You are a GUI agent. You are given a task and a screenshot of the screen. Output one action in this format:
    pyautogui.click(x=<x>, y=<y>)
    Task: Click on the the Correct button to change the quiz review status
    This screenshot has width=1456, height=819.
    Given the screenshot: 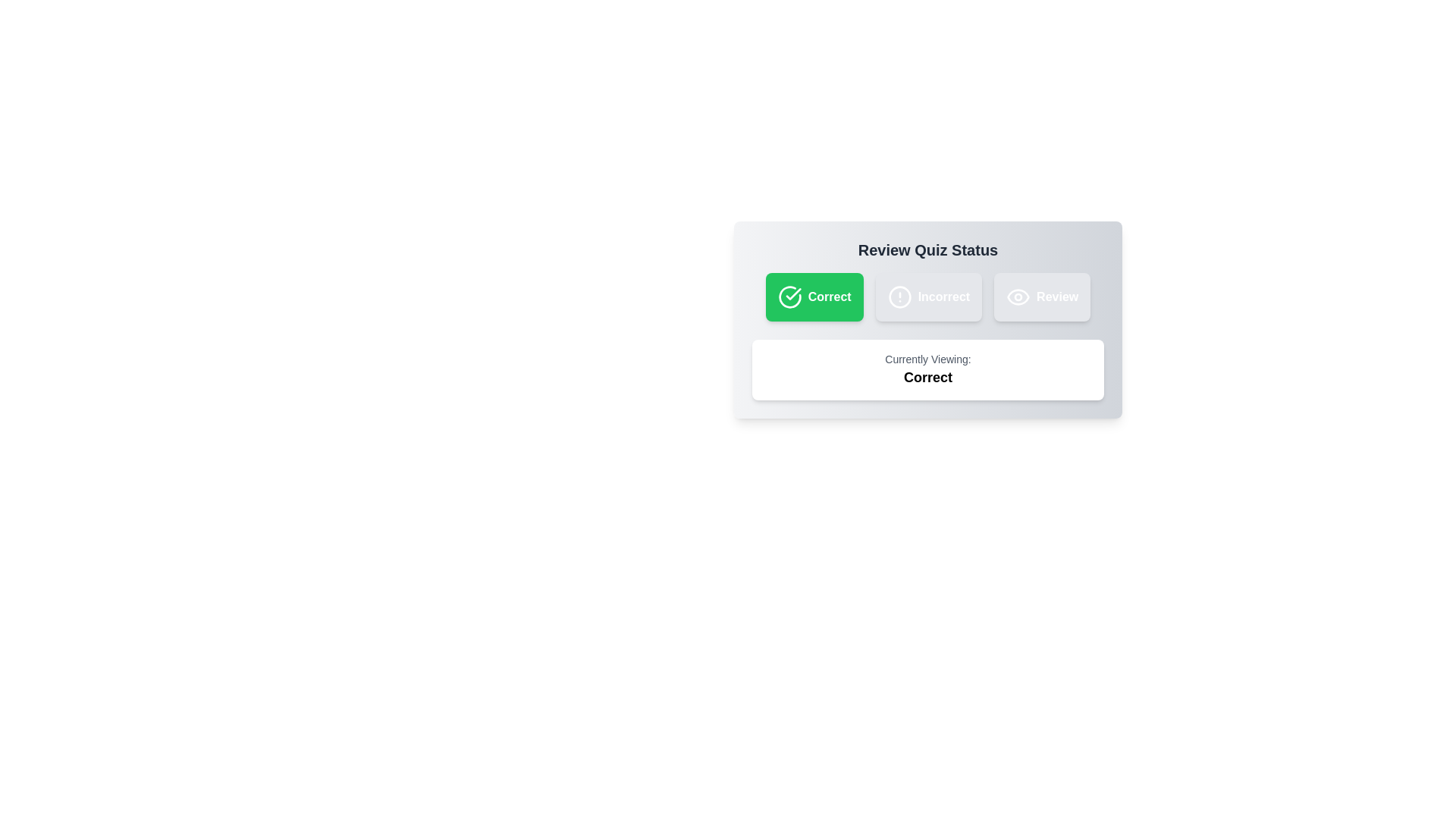 What is the action you would take?
    pyautogui.click(x=814, y=297)
    